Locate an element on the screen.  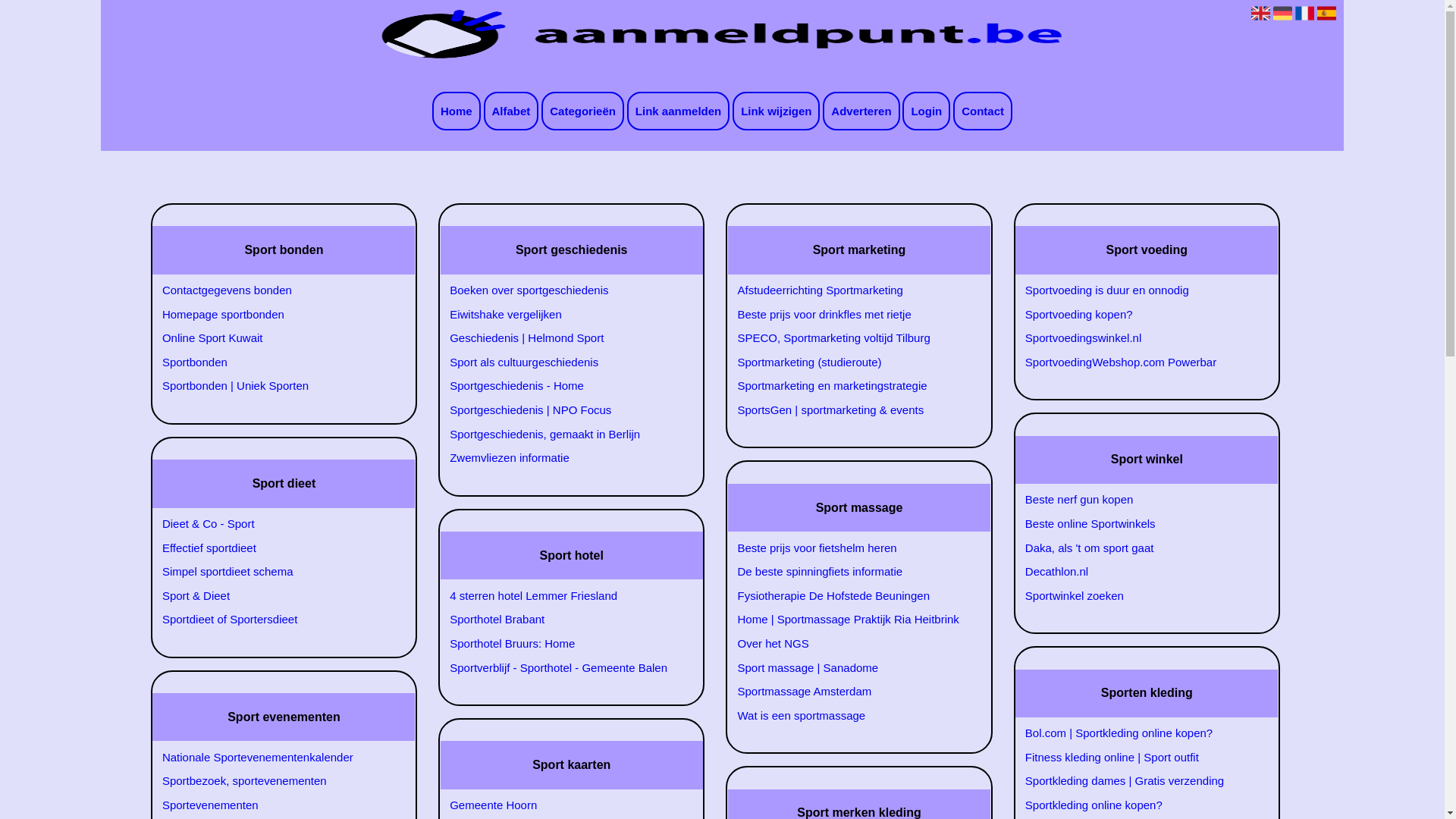
'Contact' is located at coordinates (983, 110).